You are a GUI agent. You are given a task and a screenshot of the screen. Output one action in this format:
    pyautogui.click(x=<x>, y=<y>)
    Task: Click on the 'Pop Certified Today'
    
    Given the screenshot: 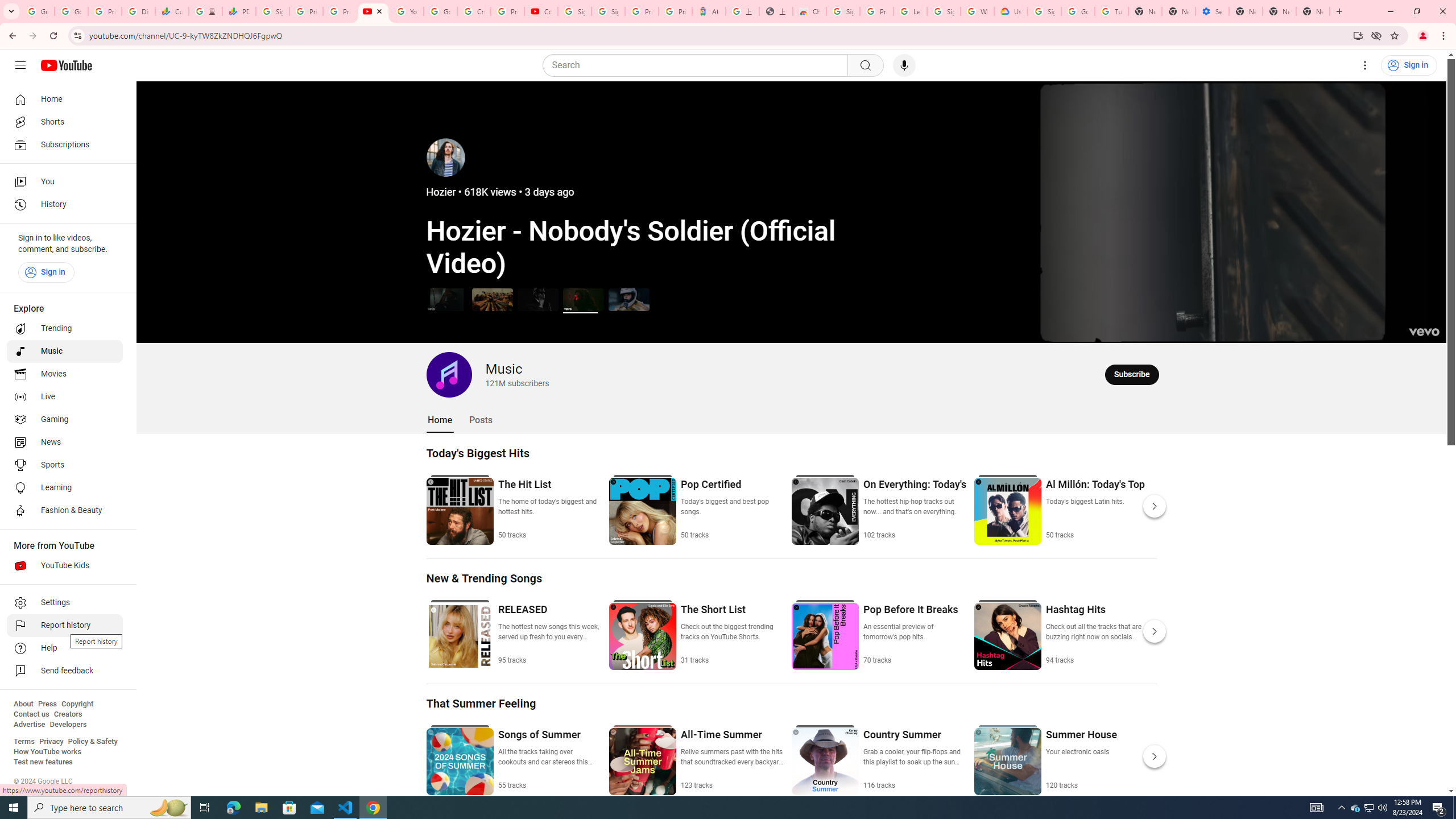 What is the action you would take?
    pyautogui.click(x=732, y=508)
    